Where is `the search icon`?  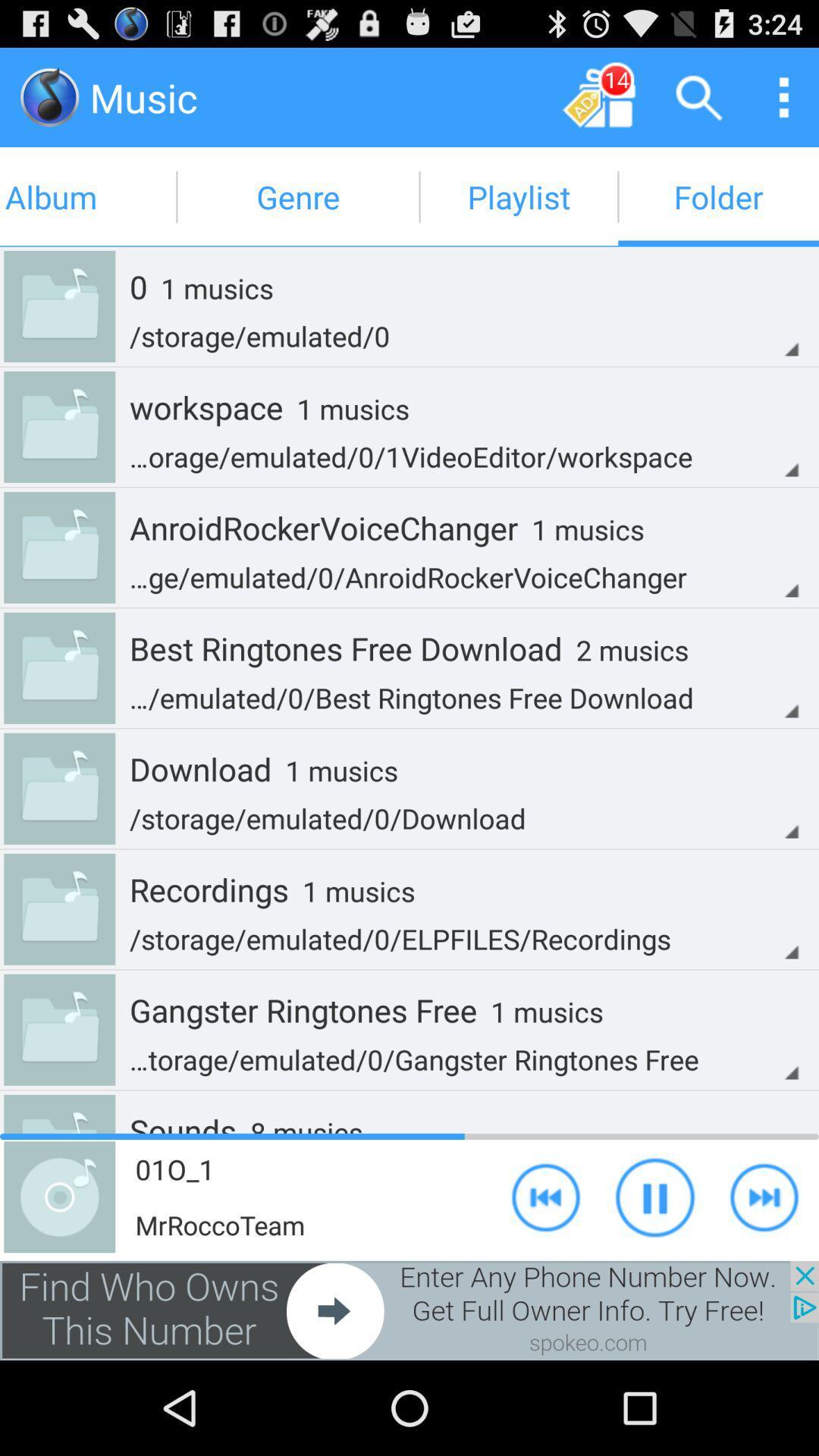
the search icon is located at coordinates (699, 103).